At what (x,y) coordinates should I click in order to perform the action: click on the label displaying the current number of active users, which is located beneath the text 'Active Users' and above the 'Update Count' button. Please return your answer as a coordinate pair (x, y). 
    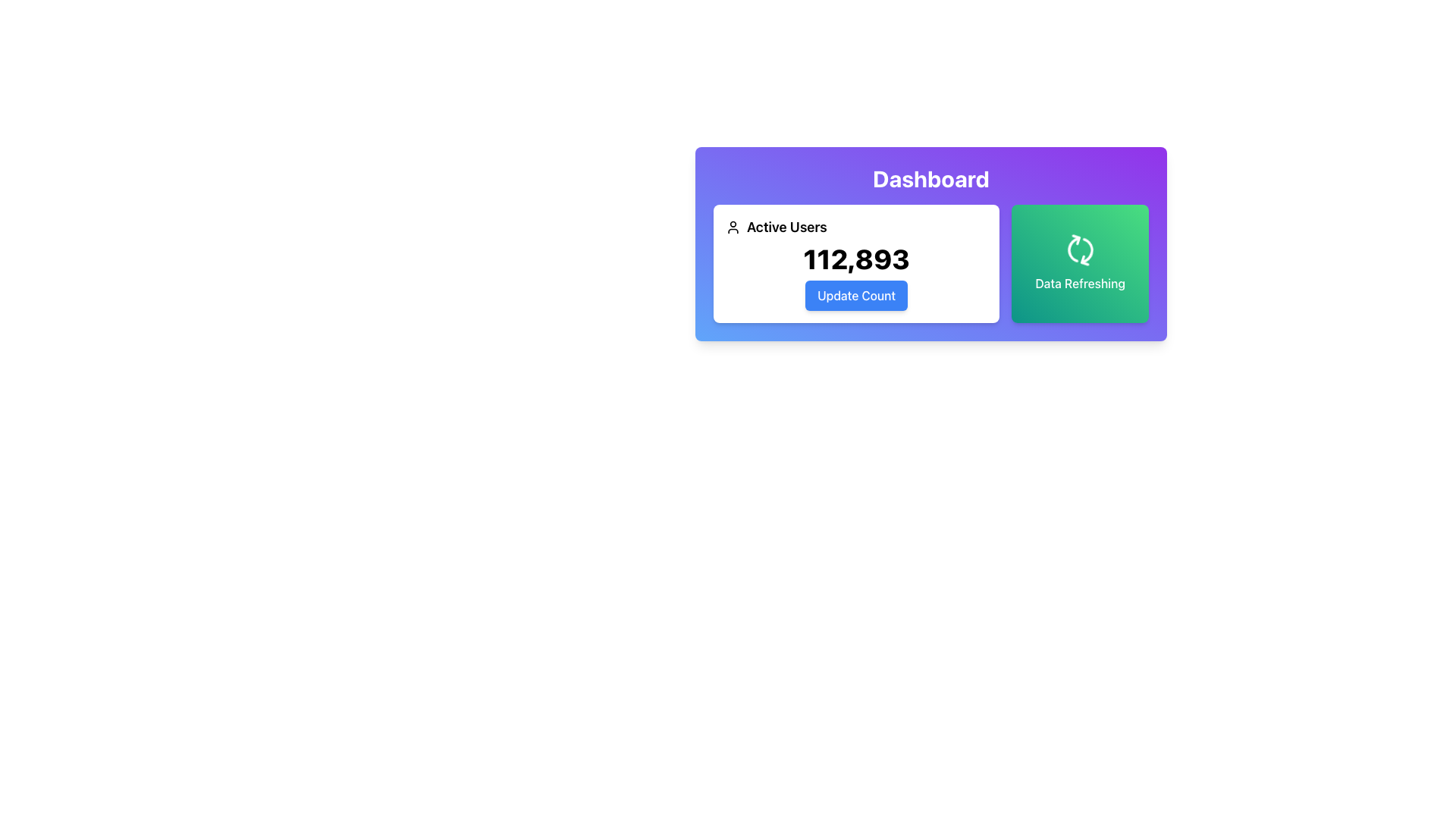
    Looking at the image, I should click on (856, 259).